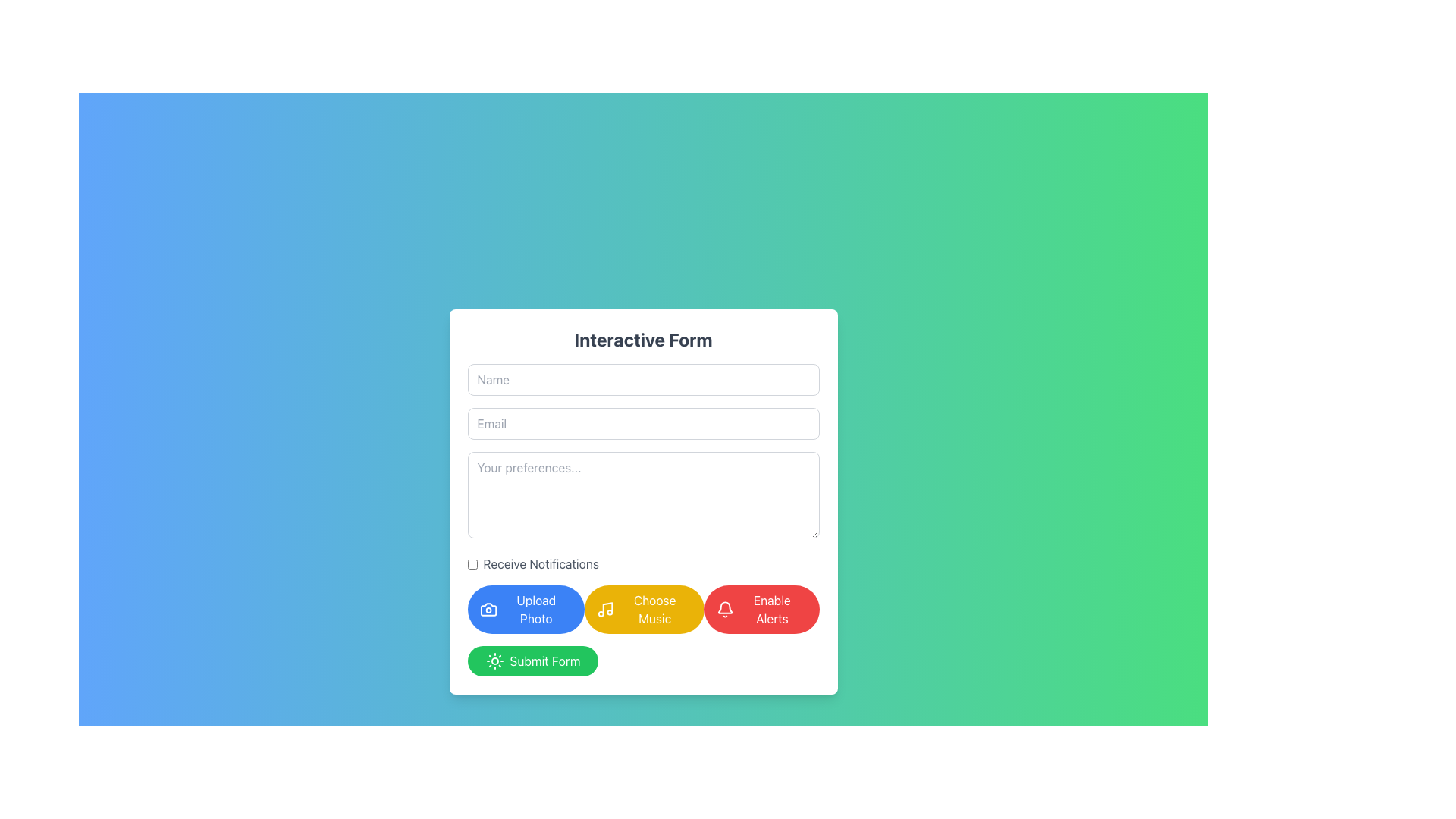 This screenshot has width=1456, height=819. Describe the element at coordinates (724, 607) in the screenshot. I see `the bell icon button, which is an outline of a bell symbol used to depict notifications` at that location.